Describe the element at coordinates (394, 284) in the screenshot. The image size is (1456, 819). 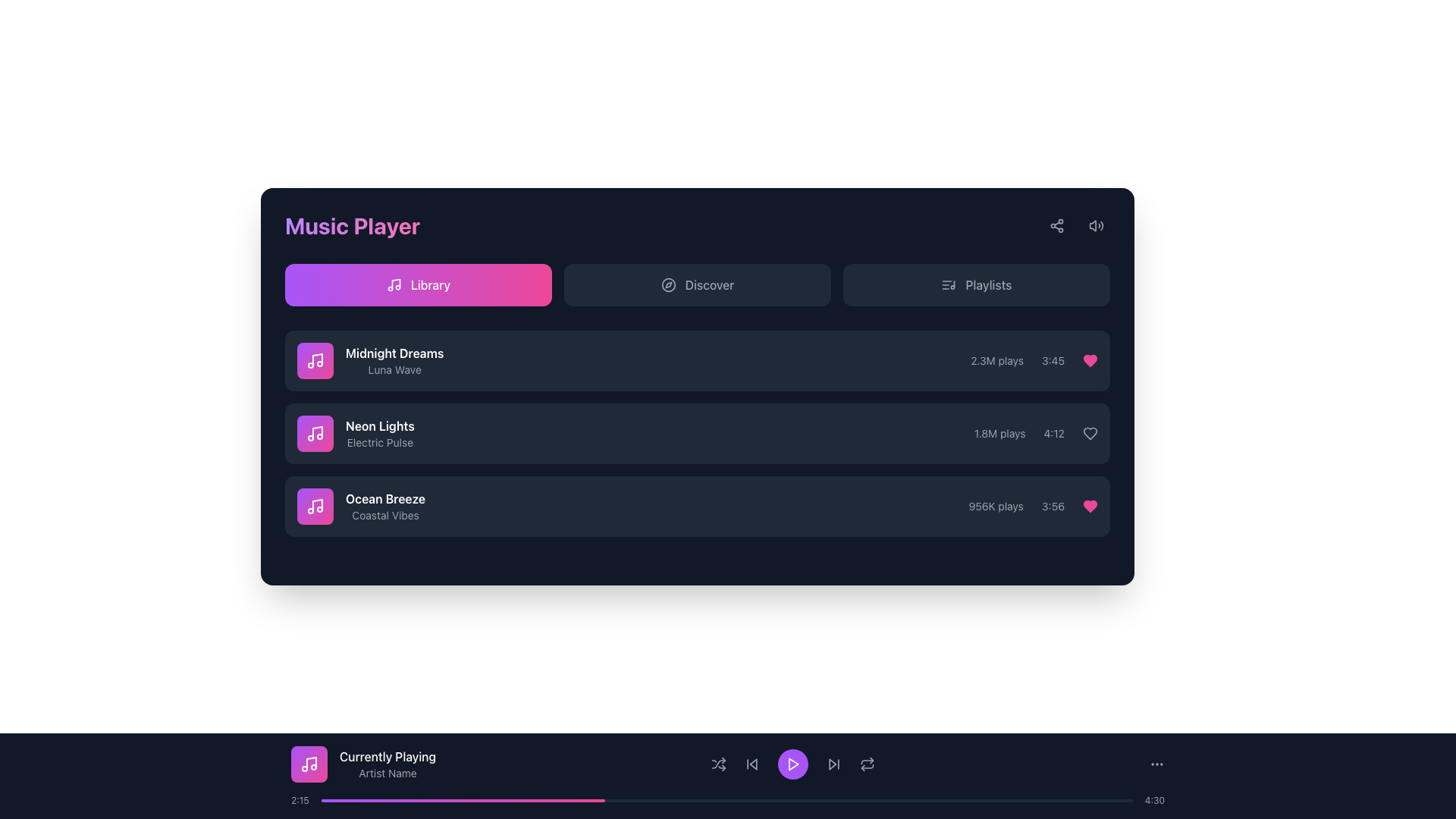
I see `the 'Library' icon, which is part of the navigation tabs at the top-left area of the main interface, located to the left of the 'Library' label` at that location.